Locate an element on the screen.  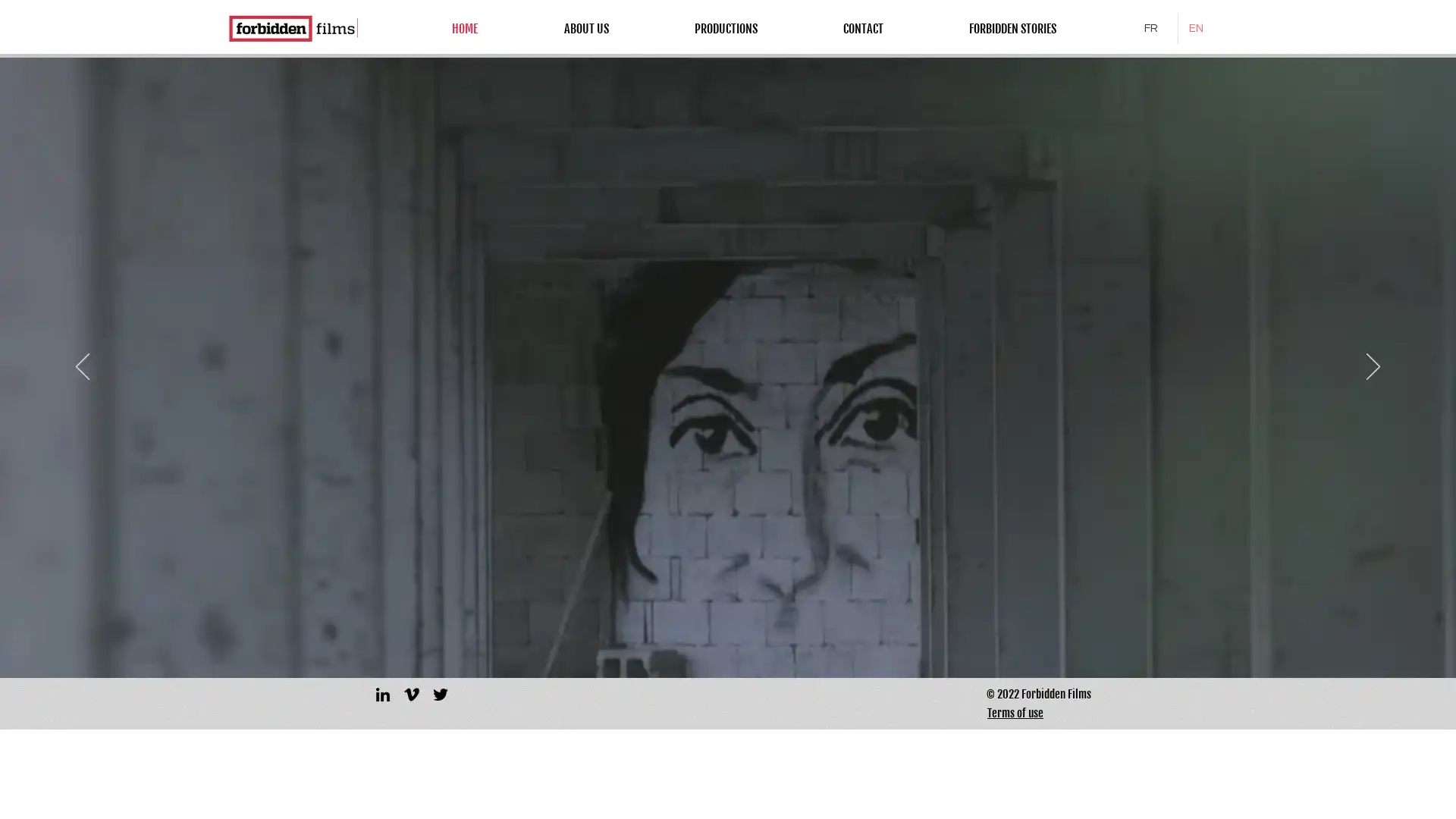
Next is located at coordinates (1373, 367).